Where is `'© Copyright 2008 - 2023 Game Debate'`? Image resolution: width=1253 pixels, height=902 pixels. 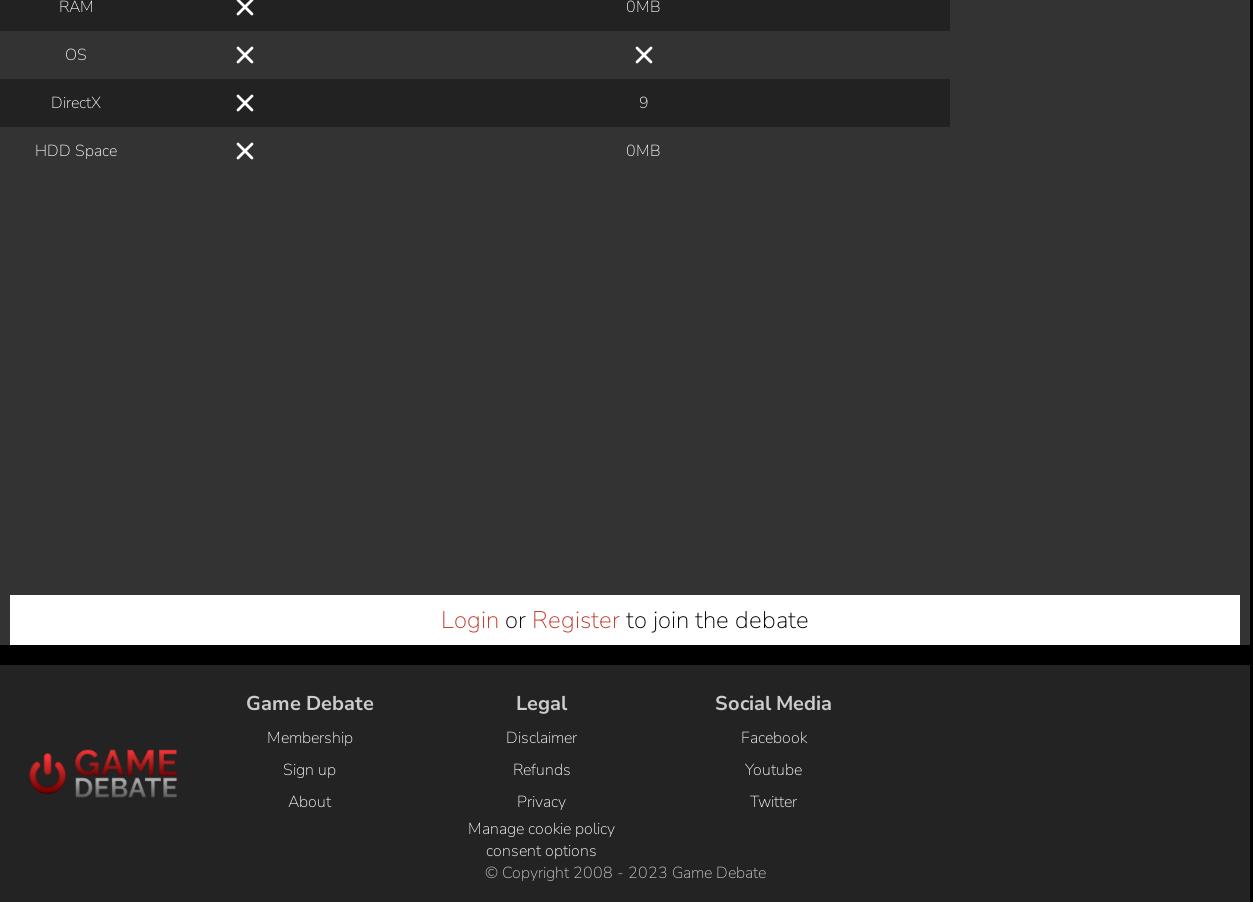
'© Copyright 2008 - 2023 Game Debate' is located at coordinates (483, 180).